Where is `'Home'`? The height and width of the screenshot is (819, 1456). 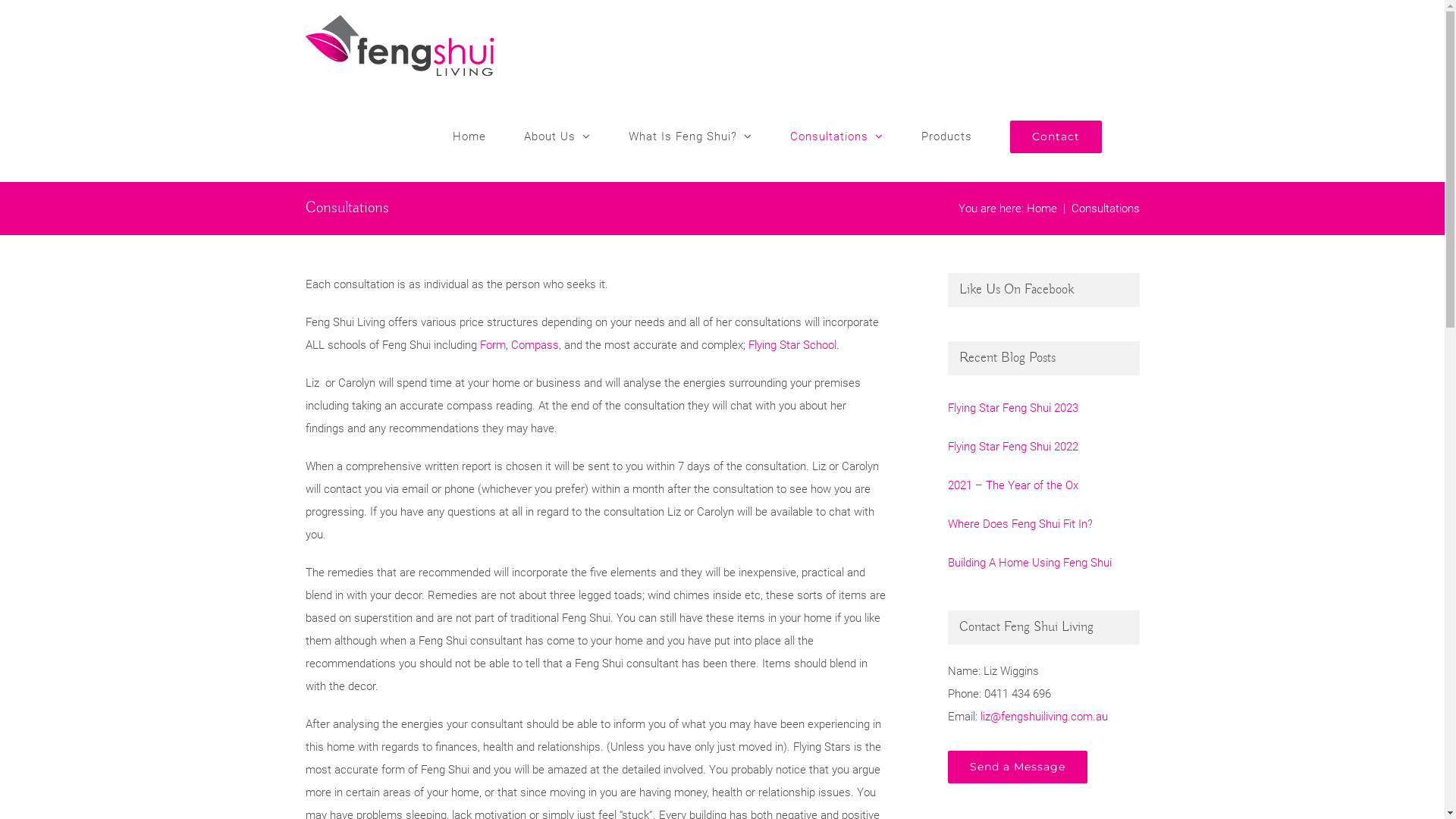 'Home' is located at coordinates (468, 136).